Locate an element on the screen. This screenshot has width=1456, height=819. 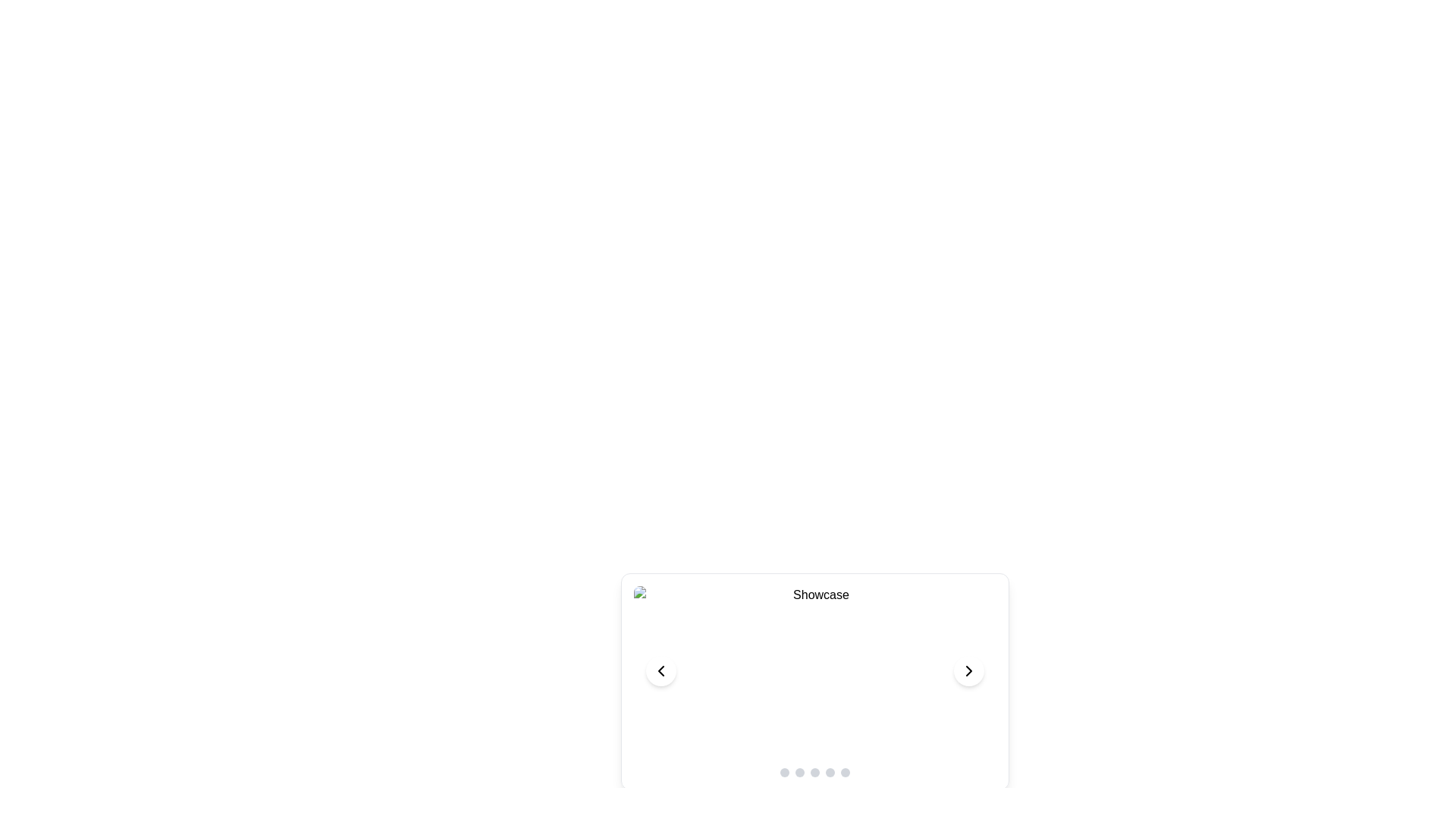
the circular button with a white background and black right chevron icon for keyboard navigation is located at coordinates (968, 670).